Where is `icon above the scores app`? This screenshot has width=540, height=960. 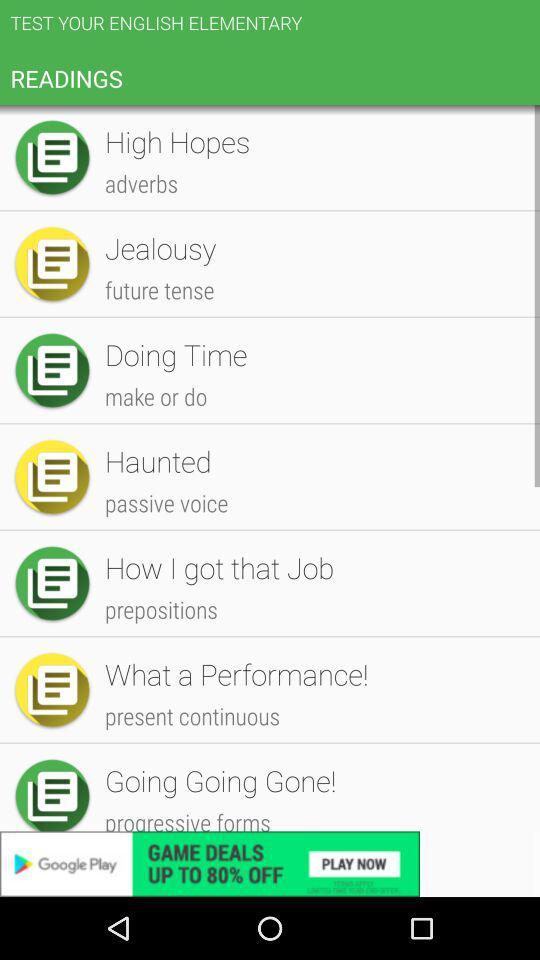 icon above the scores app is located at coordinates (312, 384).